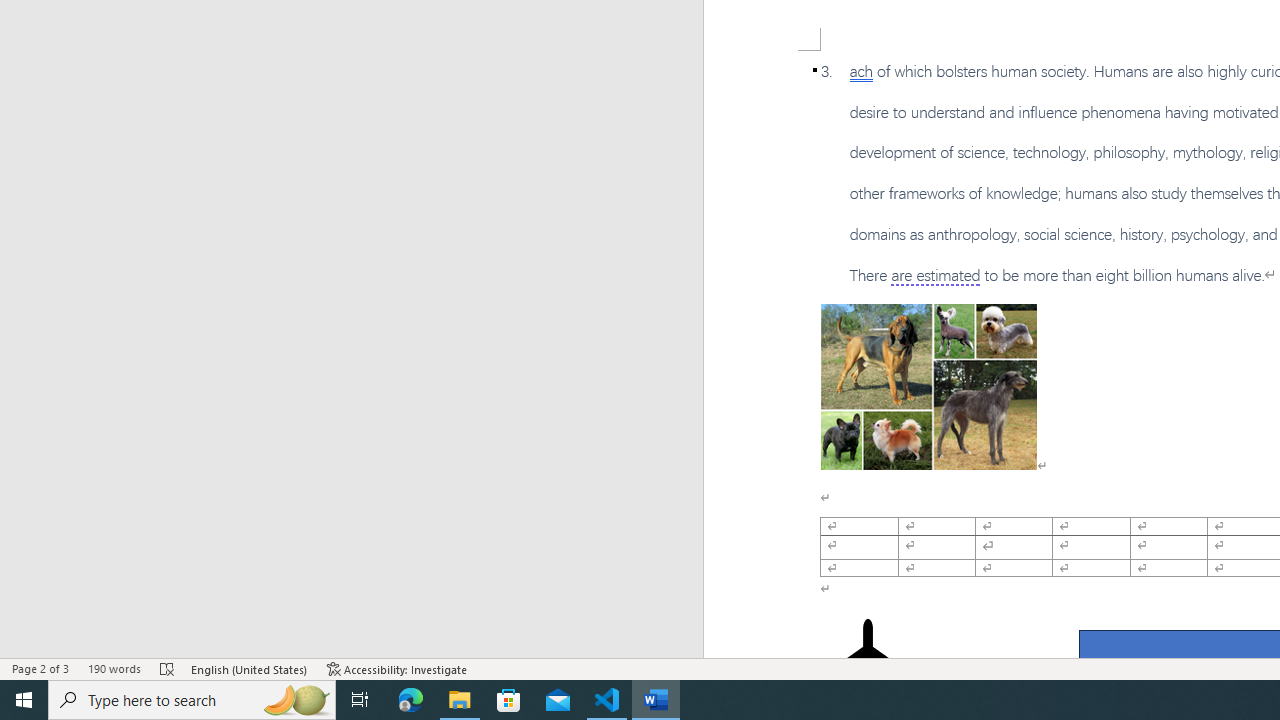 The image size is (1280, 720). What do you see at coordinates (397, 669) in the screenshot?
I see `'Accessibility Checker Accessibility: Investigate'` at bounding box center [397, 669].